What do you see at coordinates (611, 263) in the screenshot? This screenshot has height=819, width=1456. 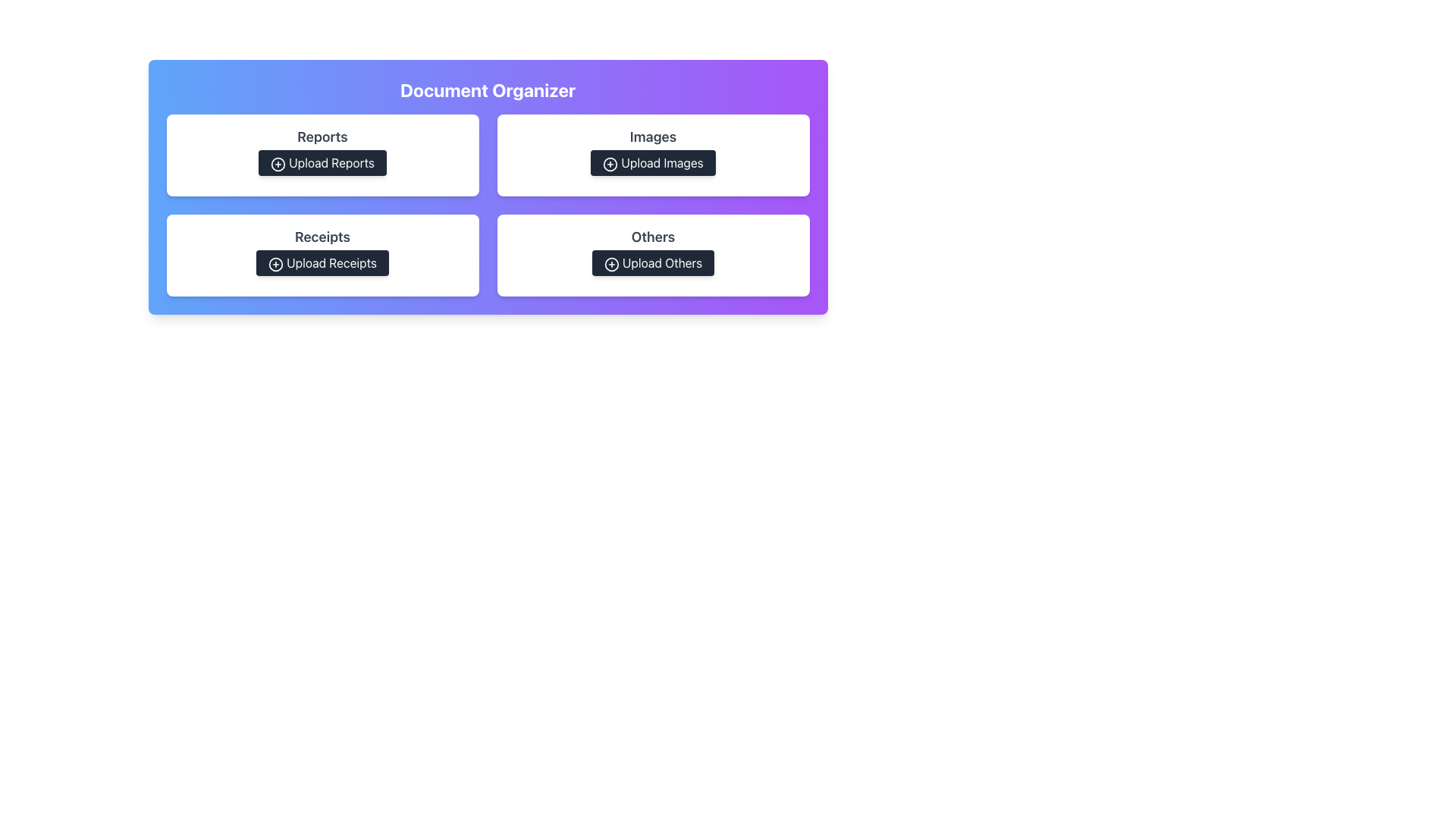 I see `the circular icon with a plus sign, located to the left of the 'Upload Others' button in the bottom-right section of the grid layout` at bounding box center [611, 263].